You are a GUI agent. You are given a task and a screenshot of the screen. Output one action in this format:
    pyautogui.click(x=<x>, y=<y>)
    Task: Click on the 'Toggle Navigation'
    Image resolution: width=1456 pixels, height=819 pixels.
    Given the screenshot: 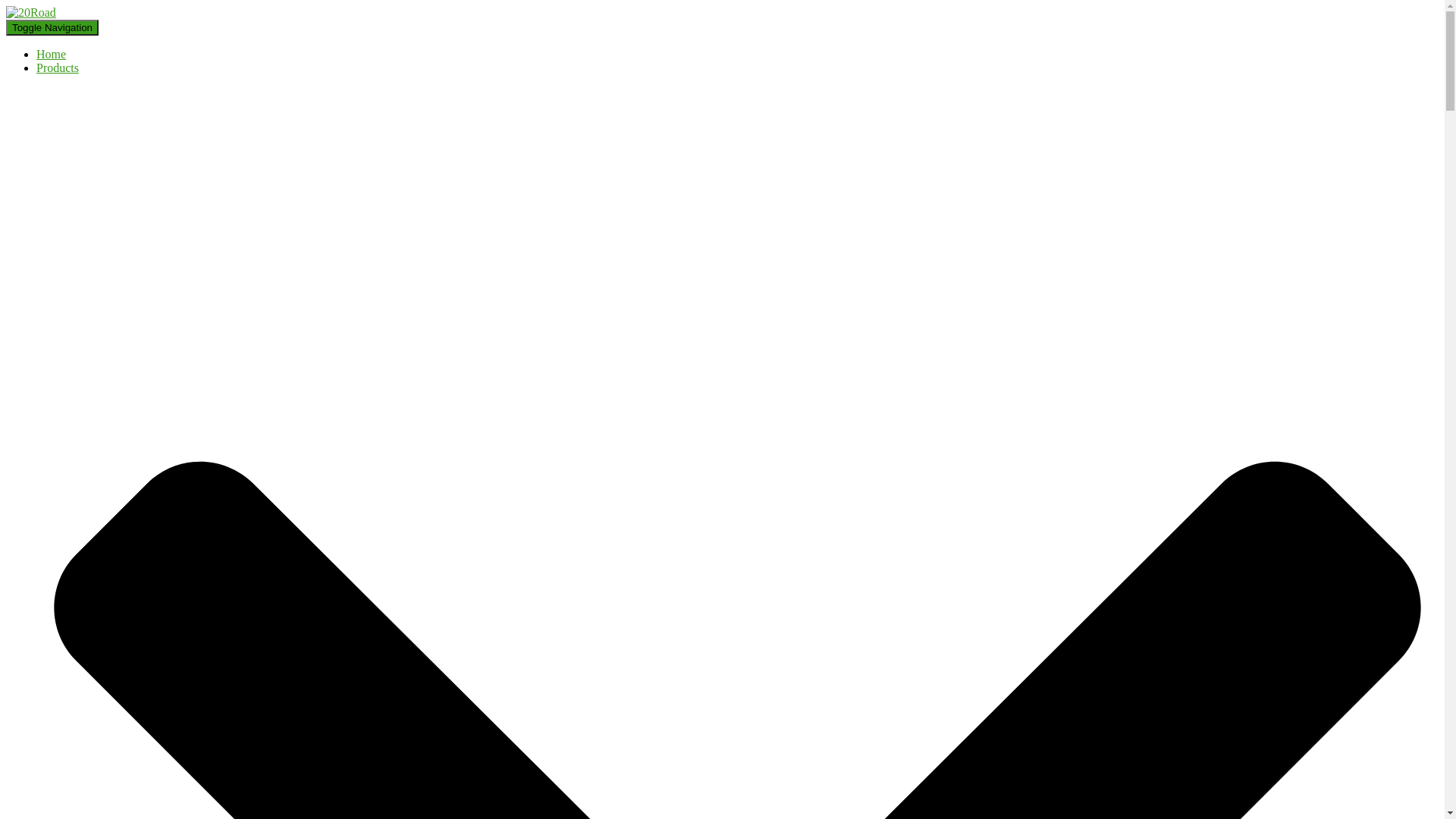 What is the action you would take?
    pyautogui.click(x=52, y=27)
    